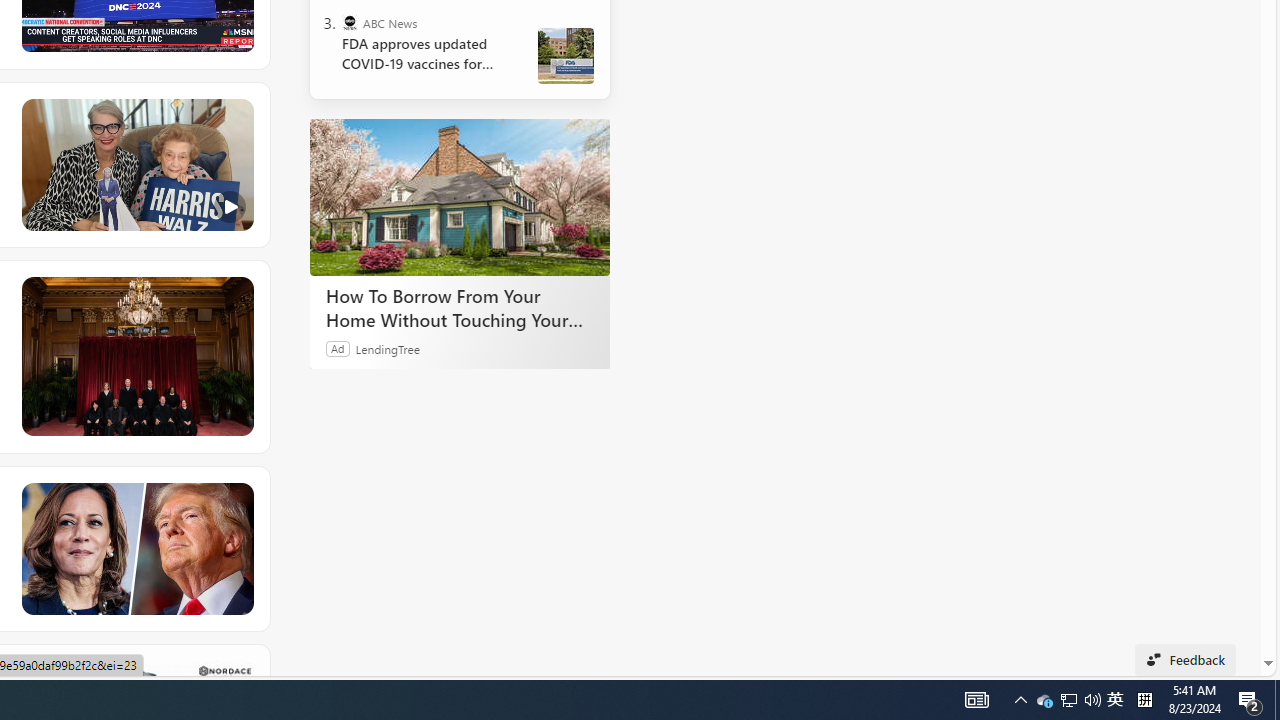 Image resolution: width=1280 pixels, height=720 pixels. Describe the element at coordinates (350, 23) in the screenshot. I see `'ABC News'` at that location.